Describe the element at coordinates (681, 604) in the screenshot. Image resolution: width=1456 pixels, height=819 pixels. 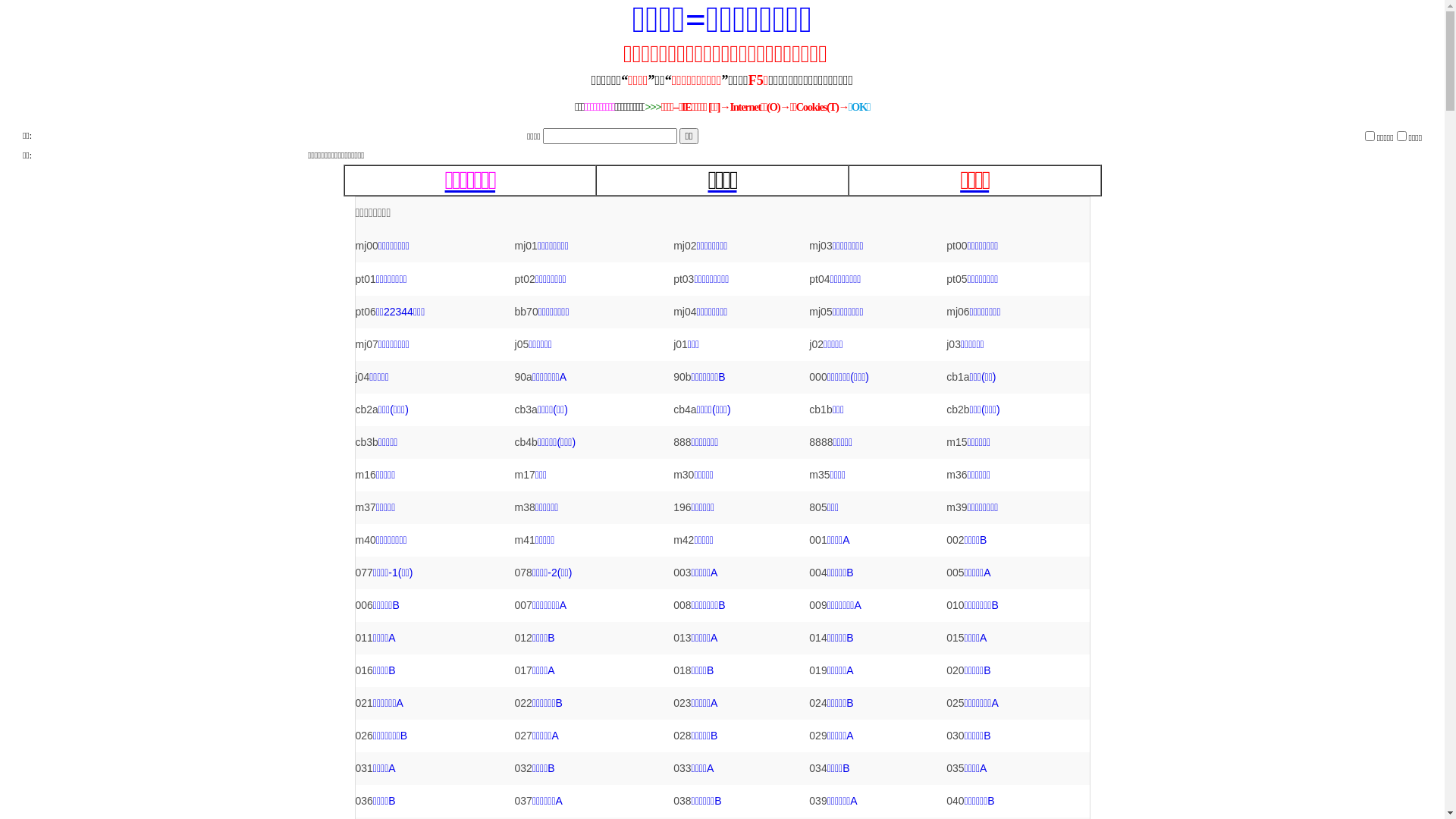
I see `'008'` at that location.